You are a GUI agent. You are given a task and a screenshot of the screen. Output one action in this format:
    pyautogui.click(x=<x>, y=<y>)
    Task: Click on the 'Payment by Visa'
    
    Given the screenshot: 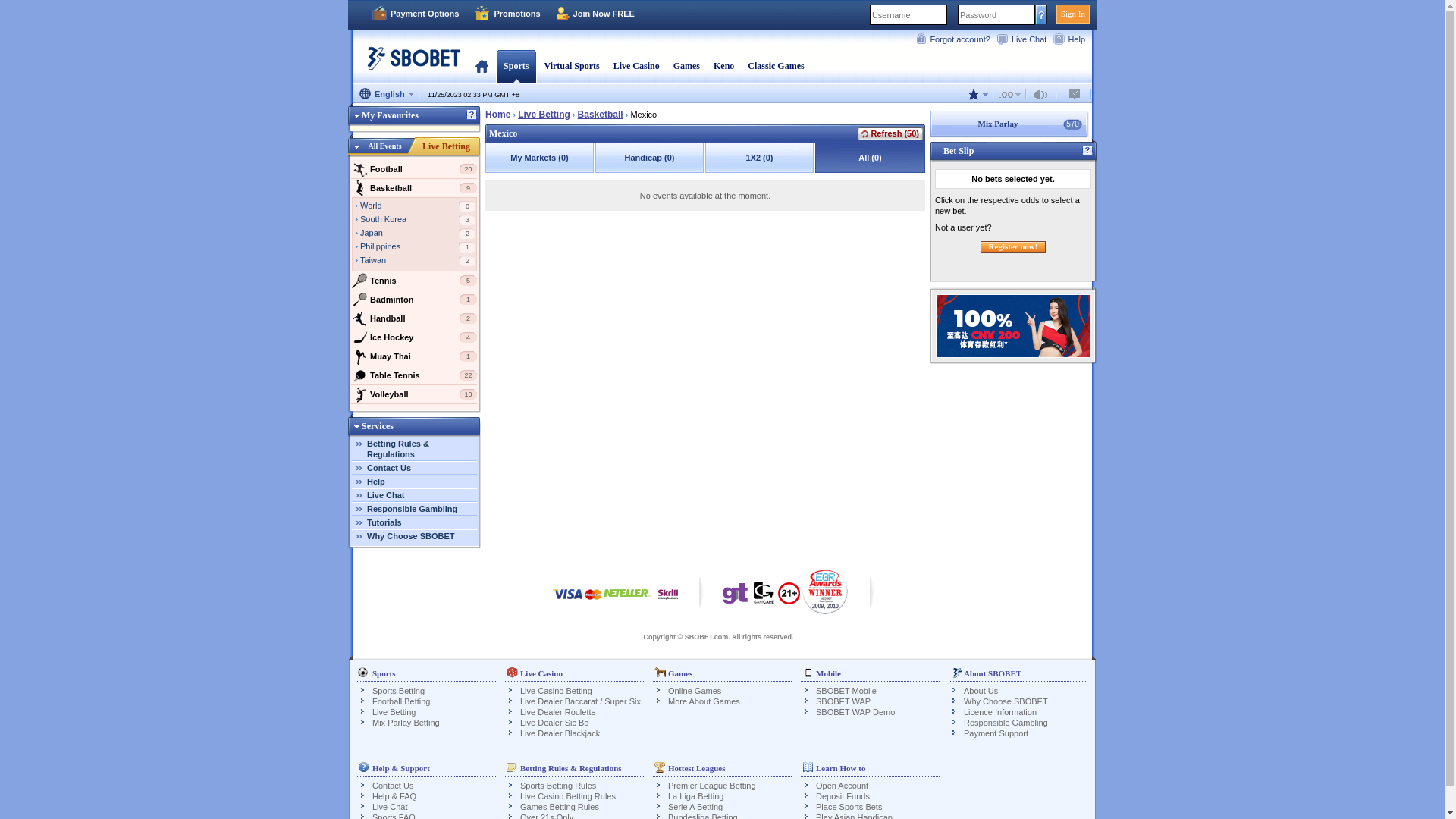 What is the action you would take?
    pyautogui.click(x=566, y=601)
    